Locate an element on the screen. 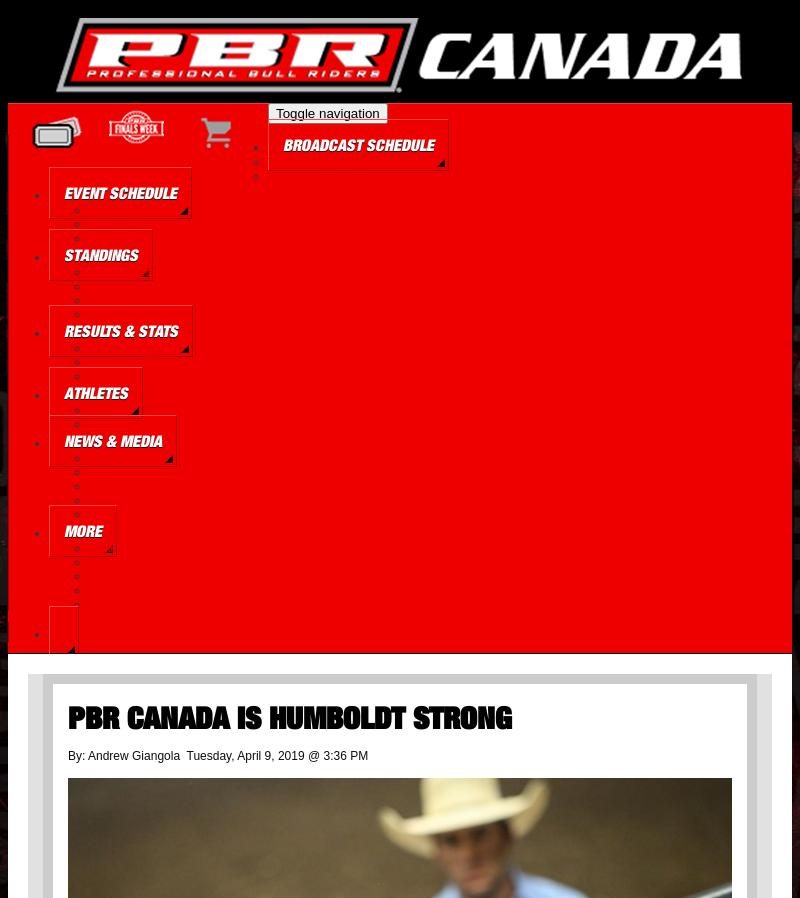  'Bulls' is located at coordinates (98, 424).